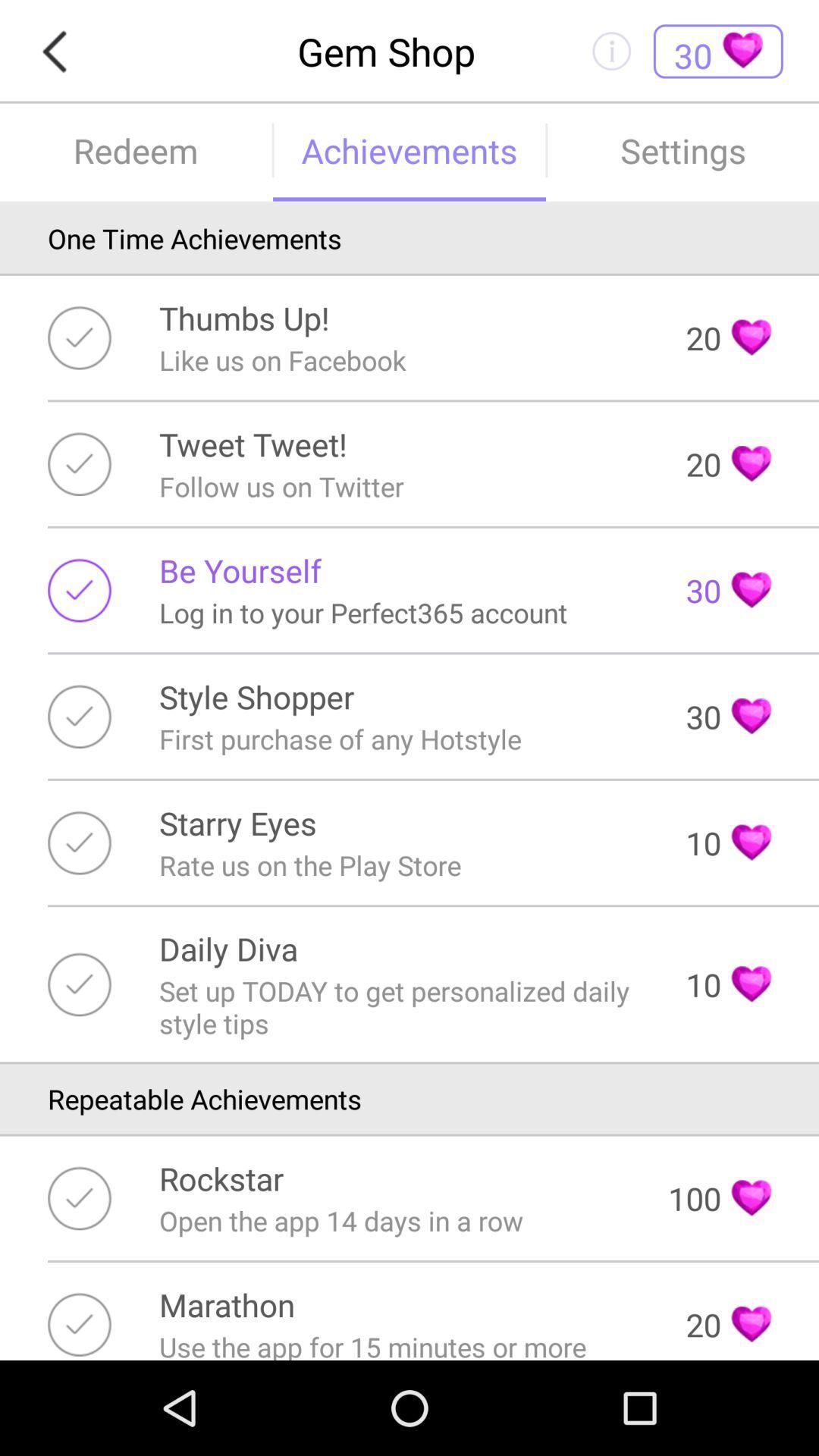  What do you see at coordinates (252, 443) in the screenshot?
I see `the icon next to 20 item` at bounding box center [252, 443].